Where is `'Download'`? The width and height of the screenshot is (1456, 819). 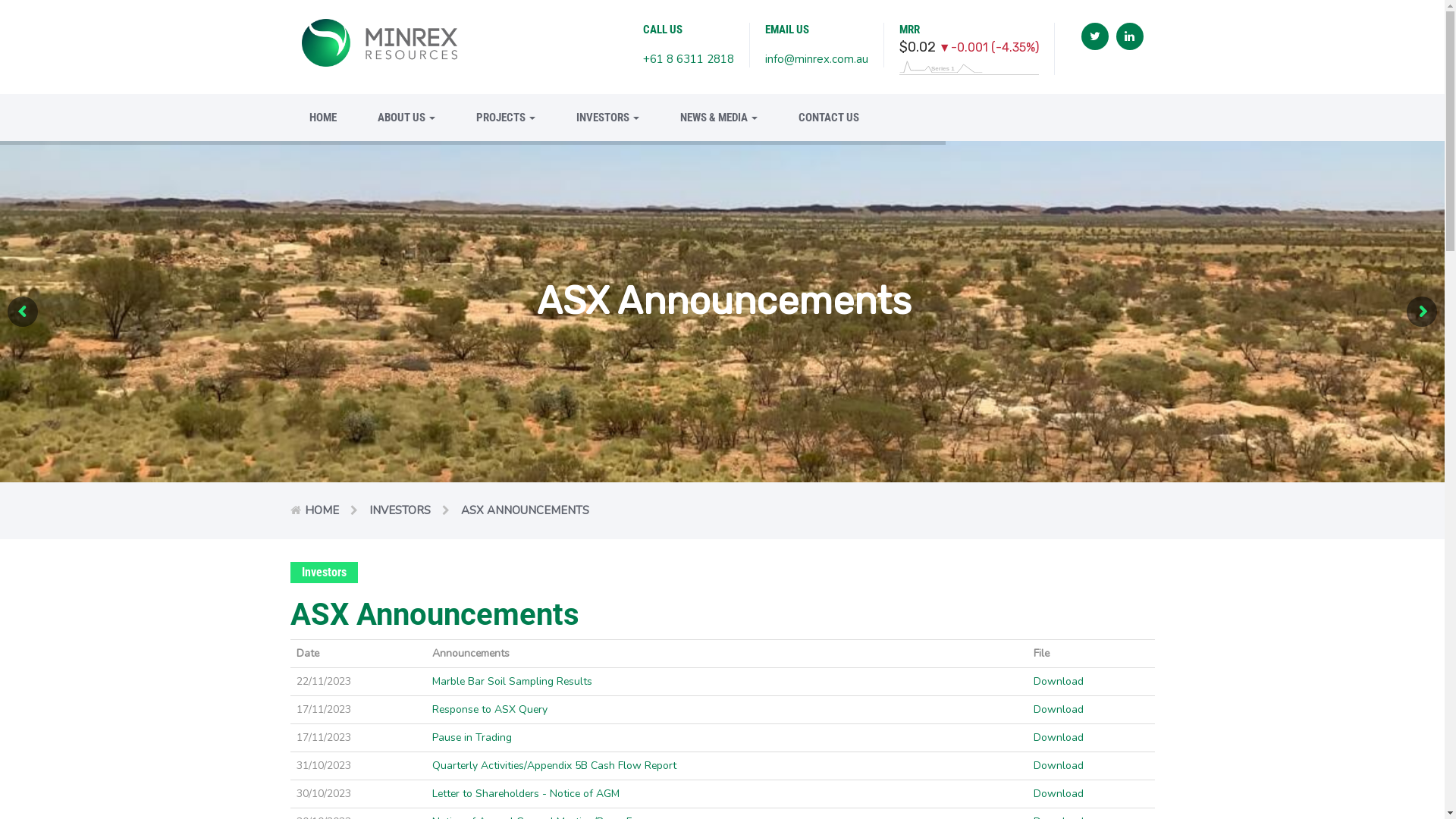
'Download' is located at coordinates (1058, 680).